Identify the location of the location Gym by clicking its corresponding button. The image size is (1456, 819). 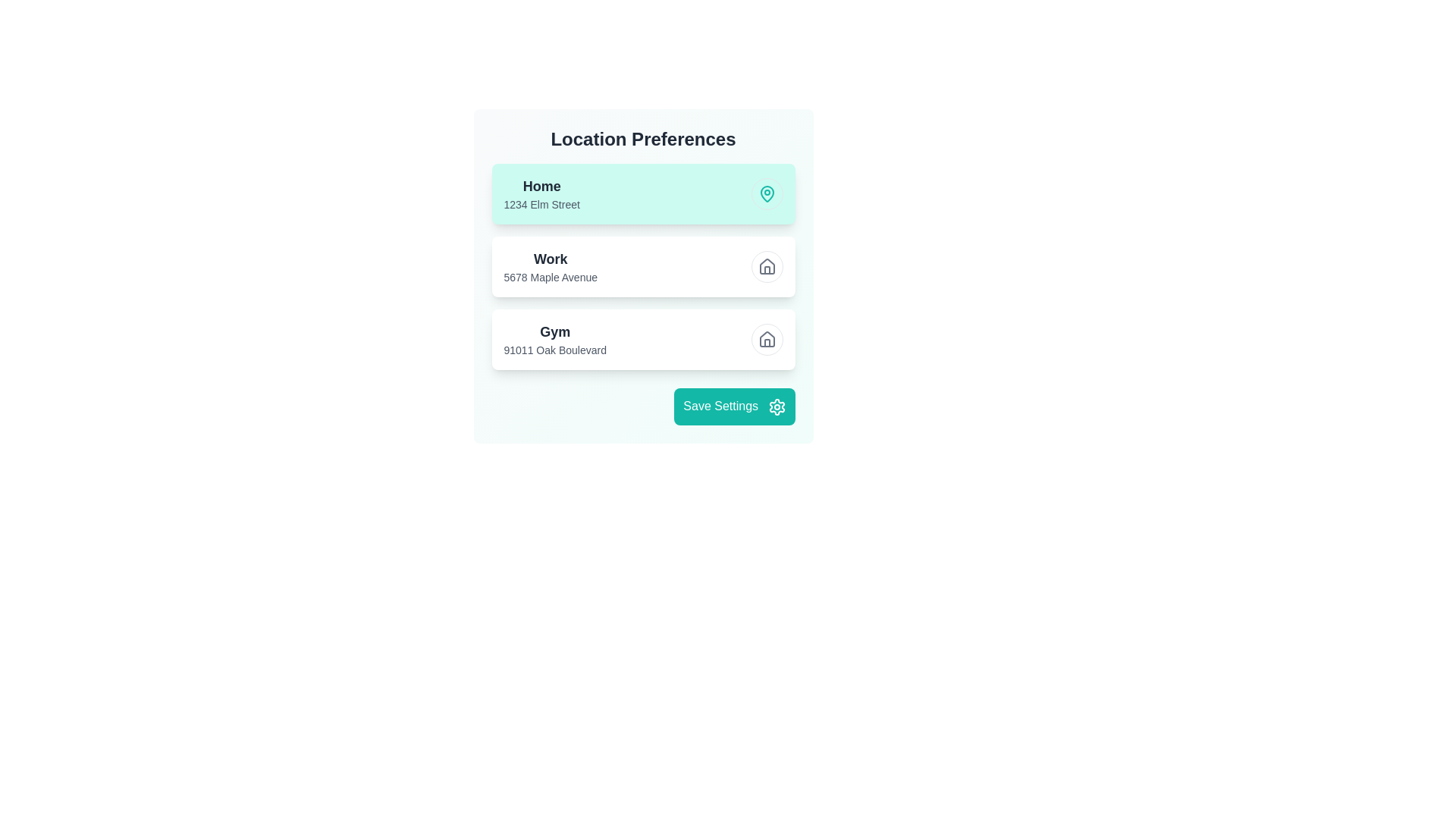
(767, 338).